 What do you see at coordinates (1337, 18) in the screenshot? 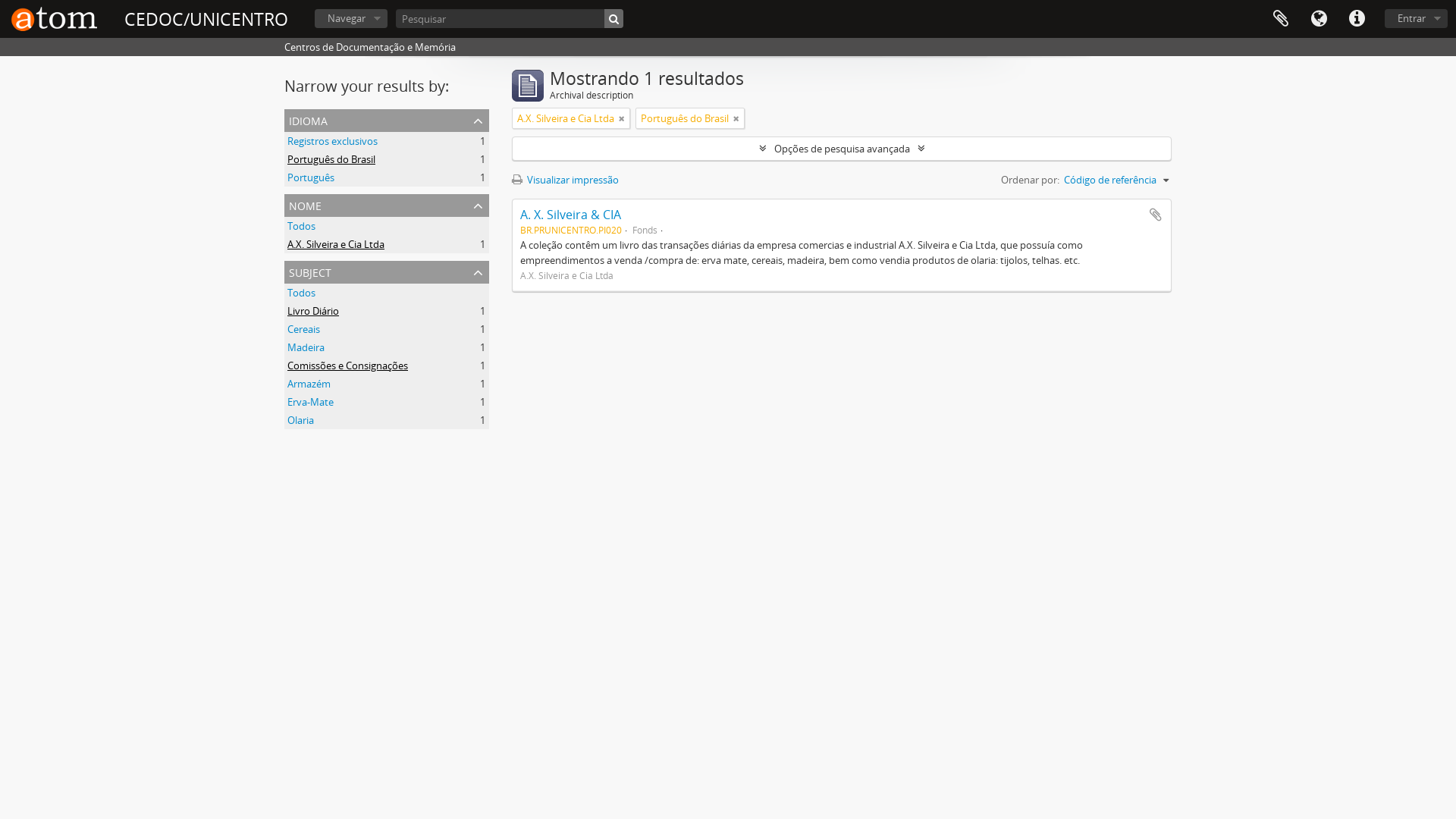
I see `'Atalhos'` at bounding box center [1337, 18].